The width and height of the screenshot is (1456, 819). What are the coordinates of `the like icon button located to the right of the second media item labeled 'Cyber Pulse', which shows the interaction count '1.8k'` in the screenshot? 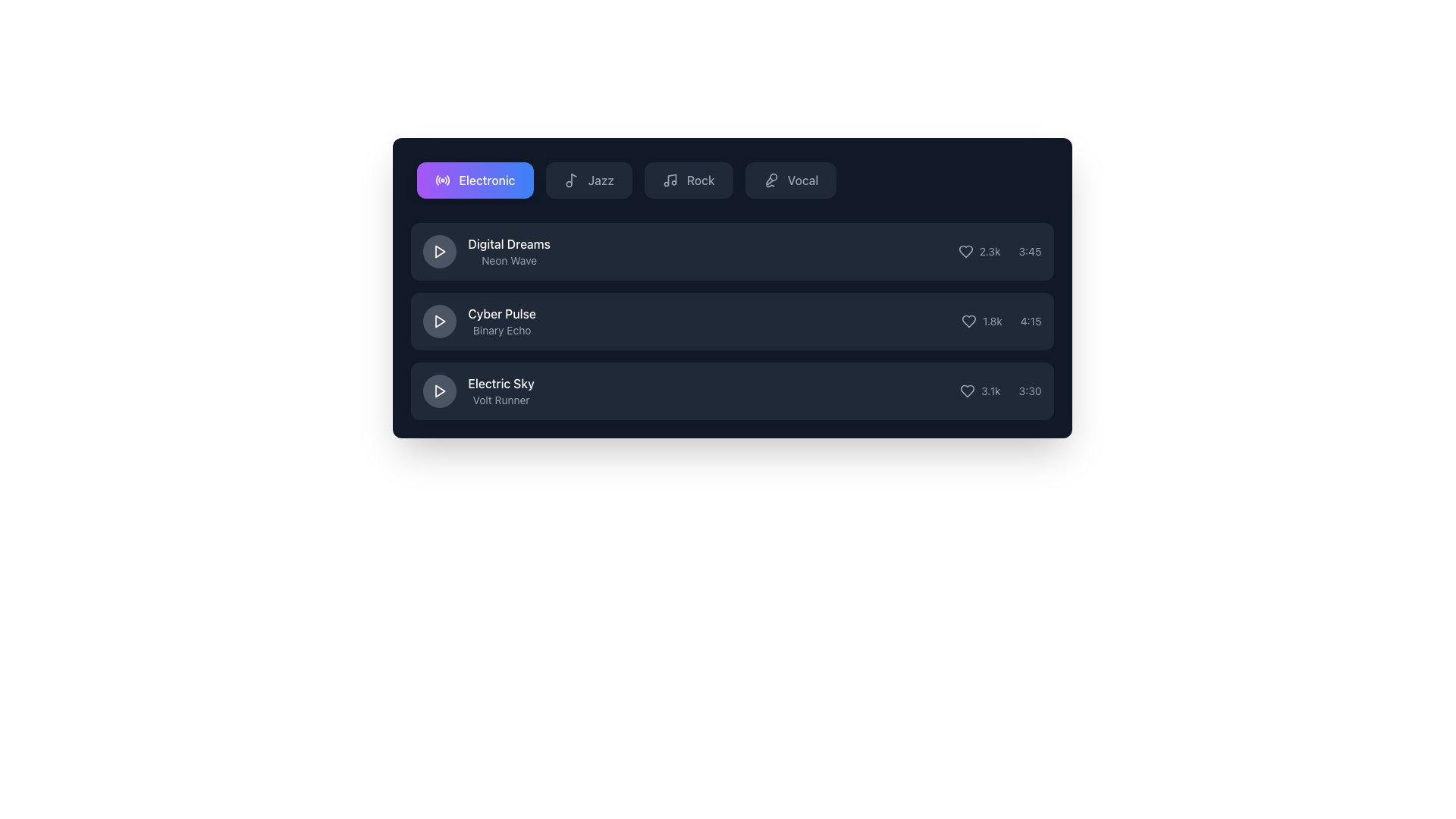 It's located at (968, 321).